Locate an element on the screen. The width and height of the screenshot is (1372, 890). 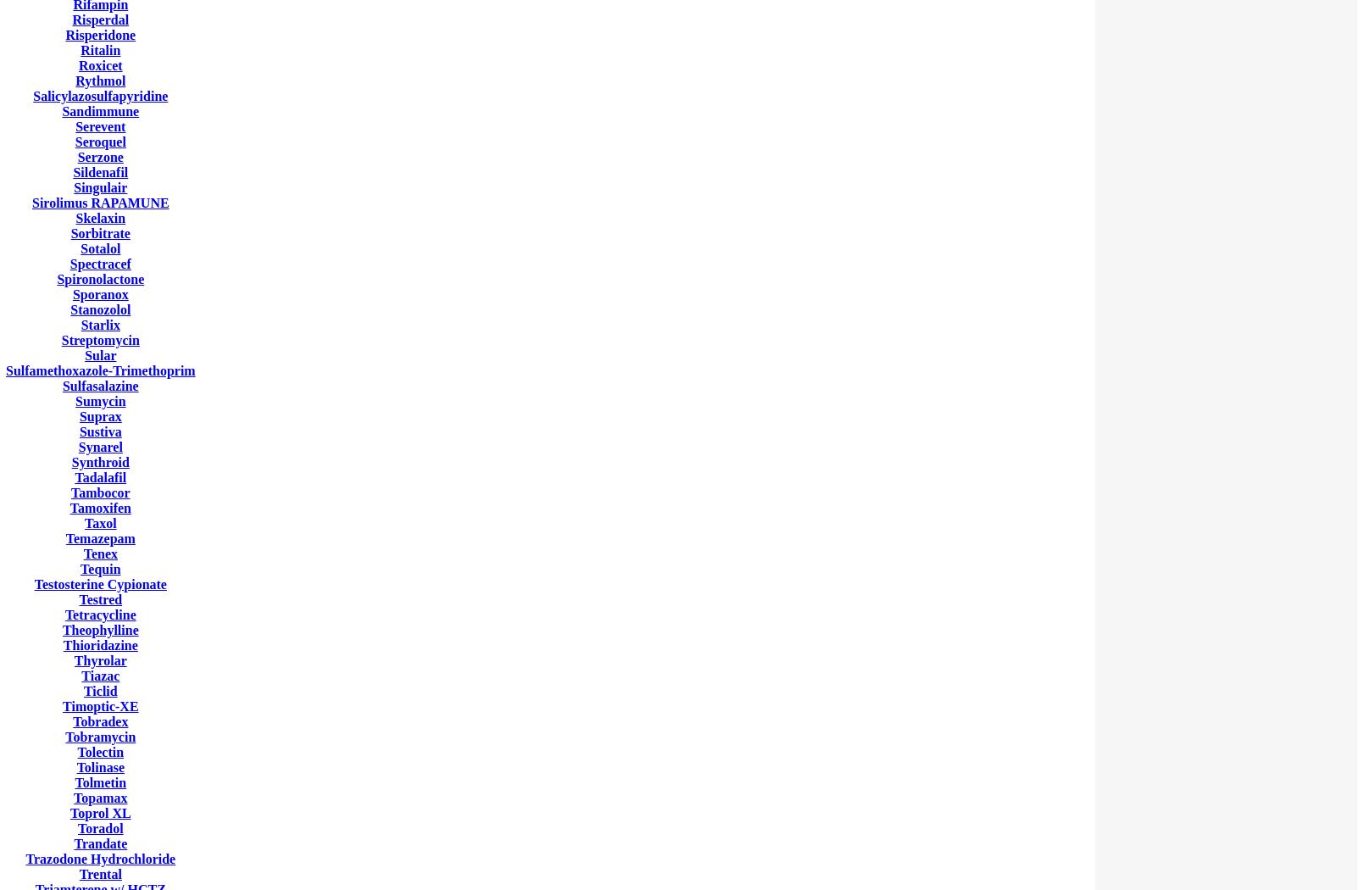
'Skelaxin' is located at coordinates (75, 218).